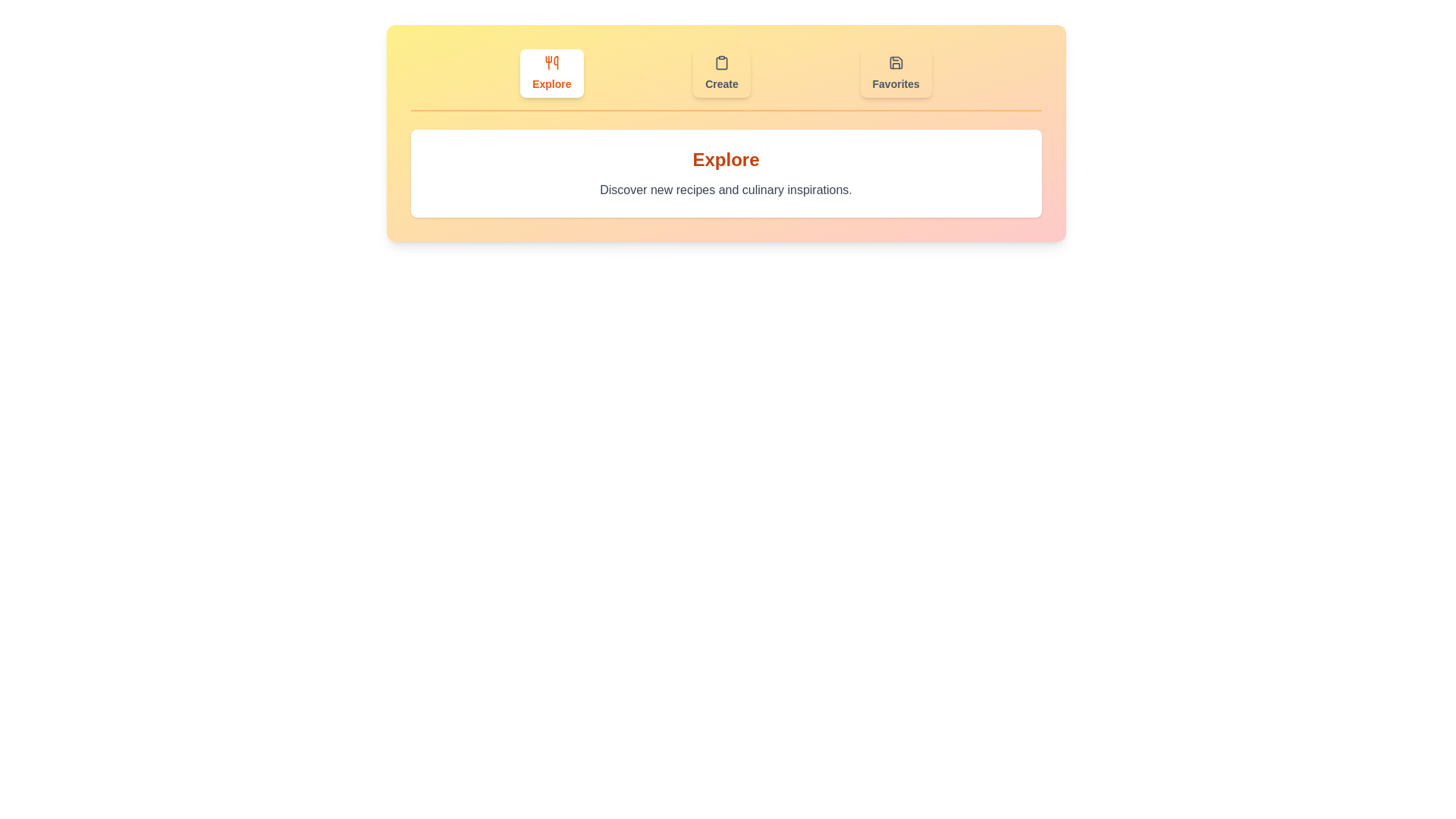 The image size is (1456, 819). I want to click on the tab icon corresponding to Create, so click(720, 73).